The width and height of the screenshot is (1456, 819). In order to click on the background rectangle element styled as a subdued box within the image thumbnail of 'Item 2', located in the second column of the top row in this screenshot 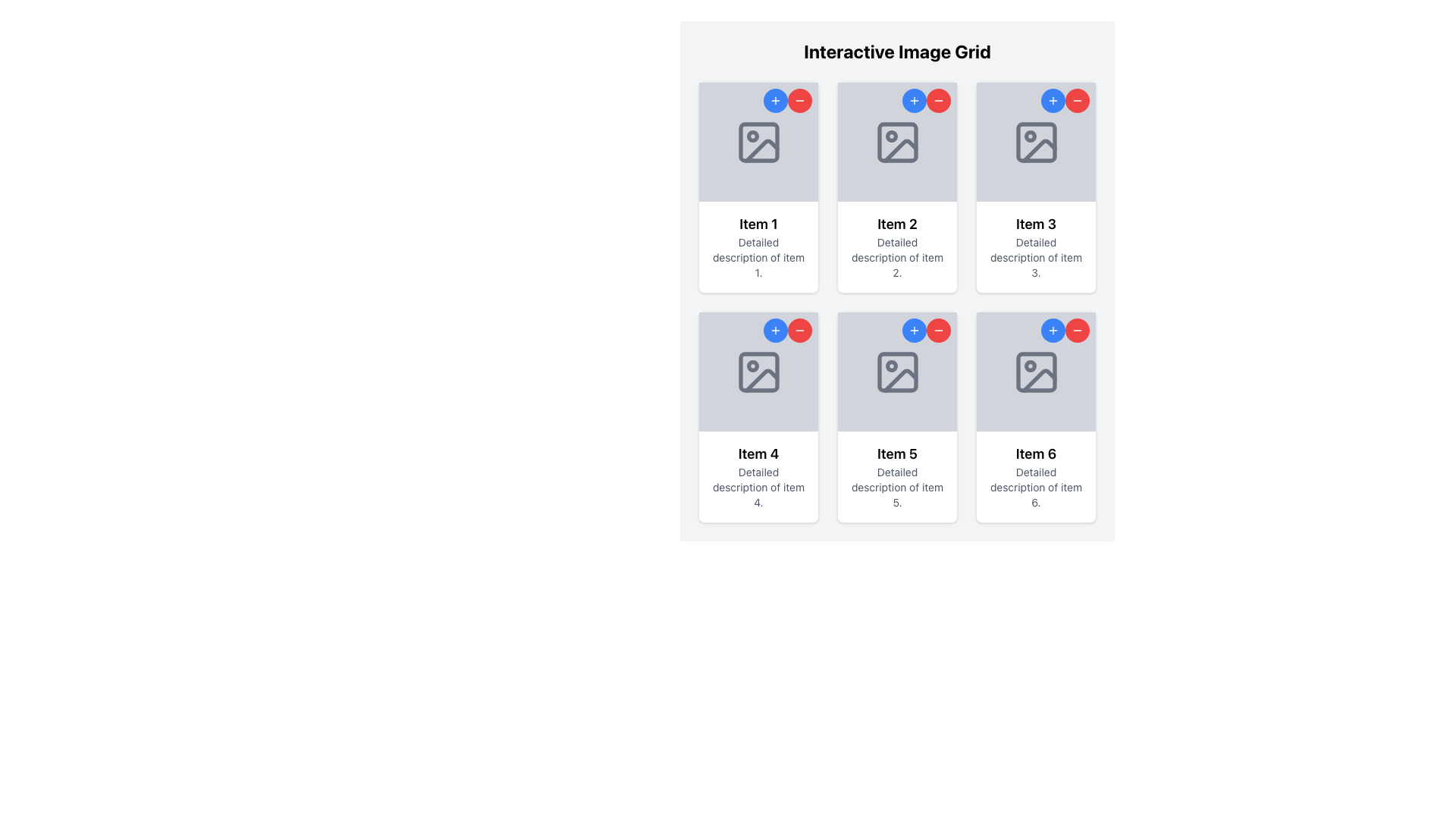, I will do `click(897, 142)`.